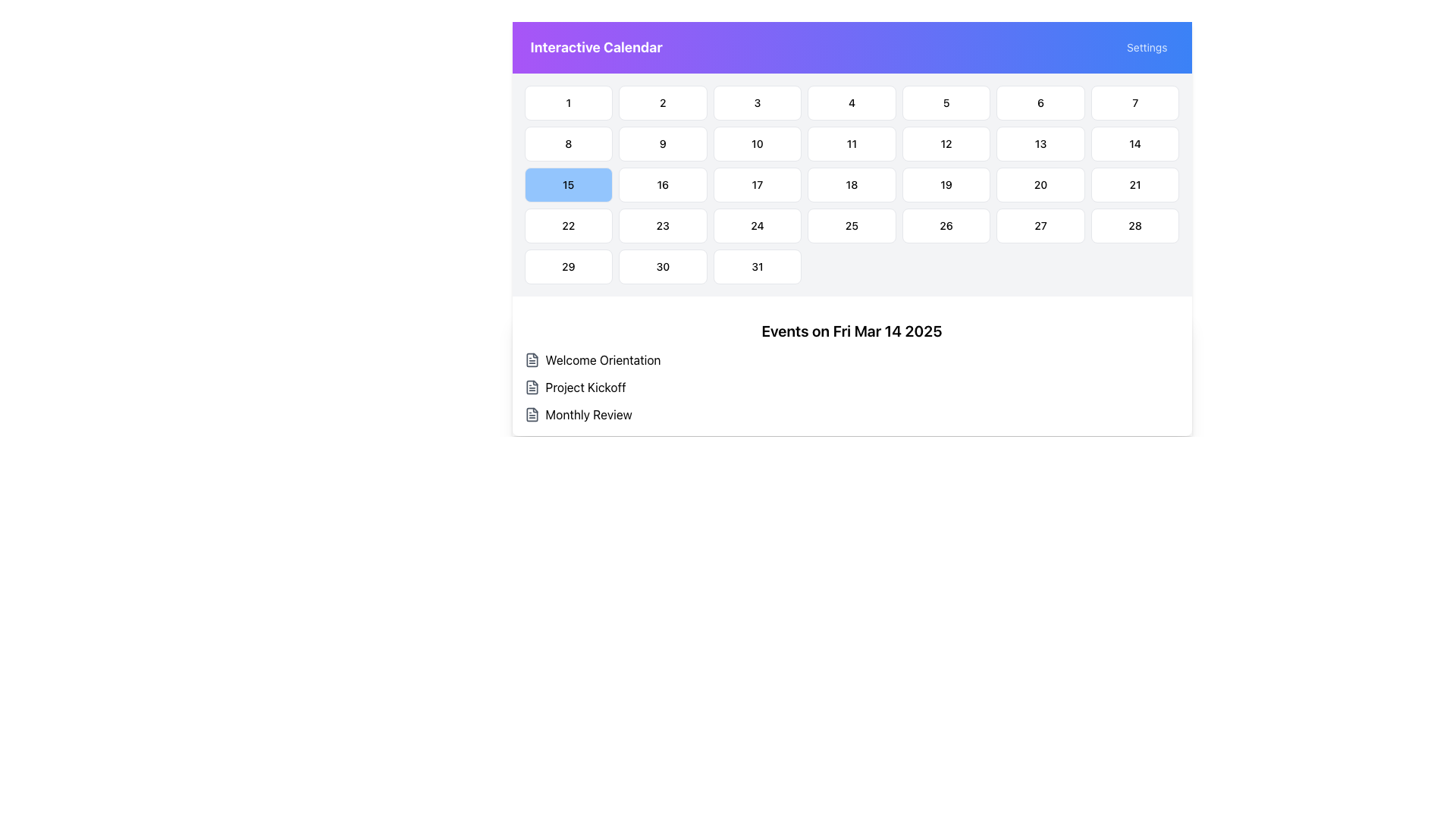  Describe the element at coordinates (946, 225) in the screenshot. I see `the Text label representing a specific day in the calendar layout located in the fourth row and sixth column of a seven-column grid, surrounded by '25' and '27'` at that location.